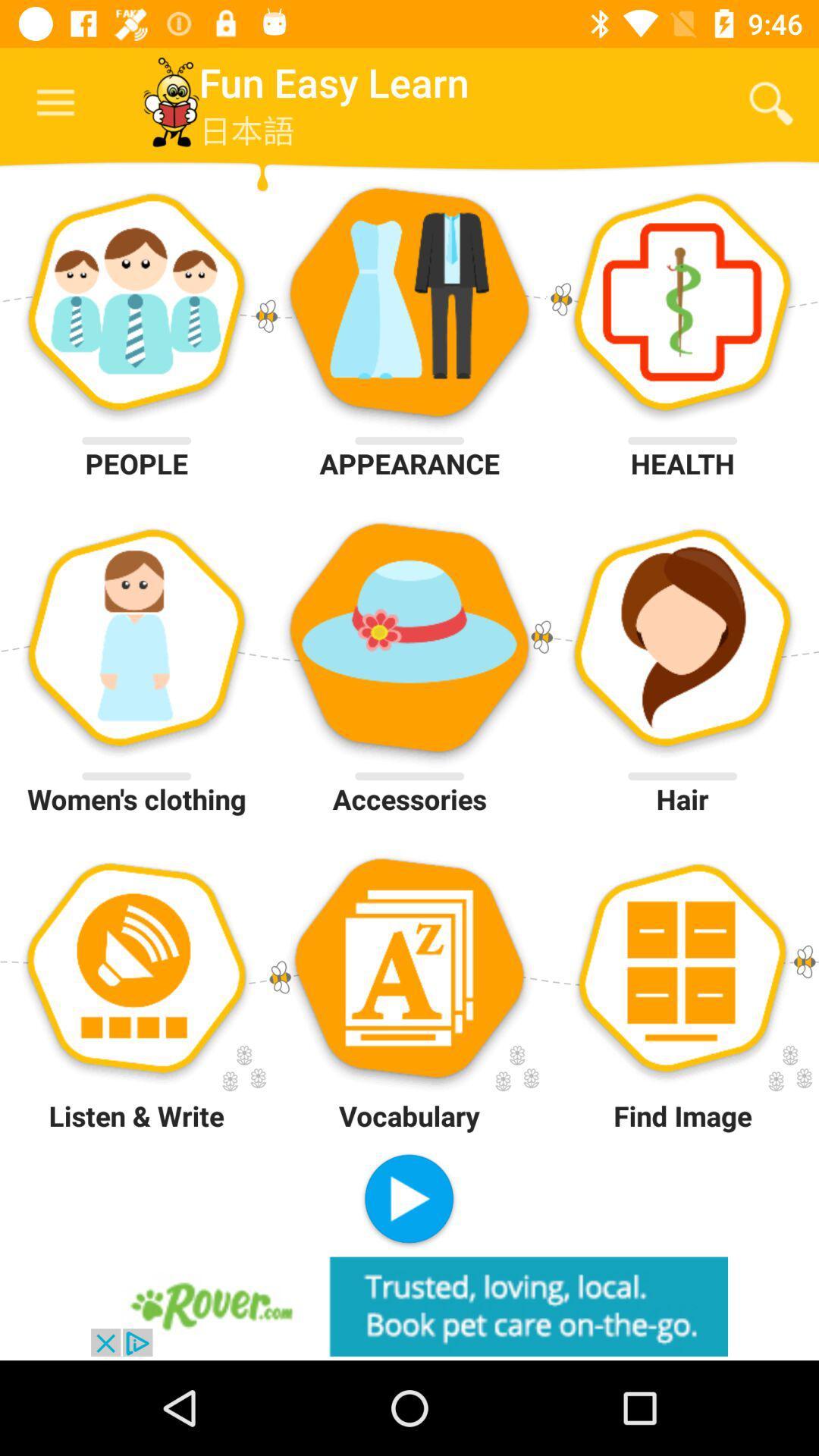 The width and height of the screenshot is (819, 1456). Describe the element at coordinates (408, 1200) in the screenshot. I see `icon next to the find image icon` at that location.